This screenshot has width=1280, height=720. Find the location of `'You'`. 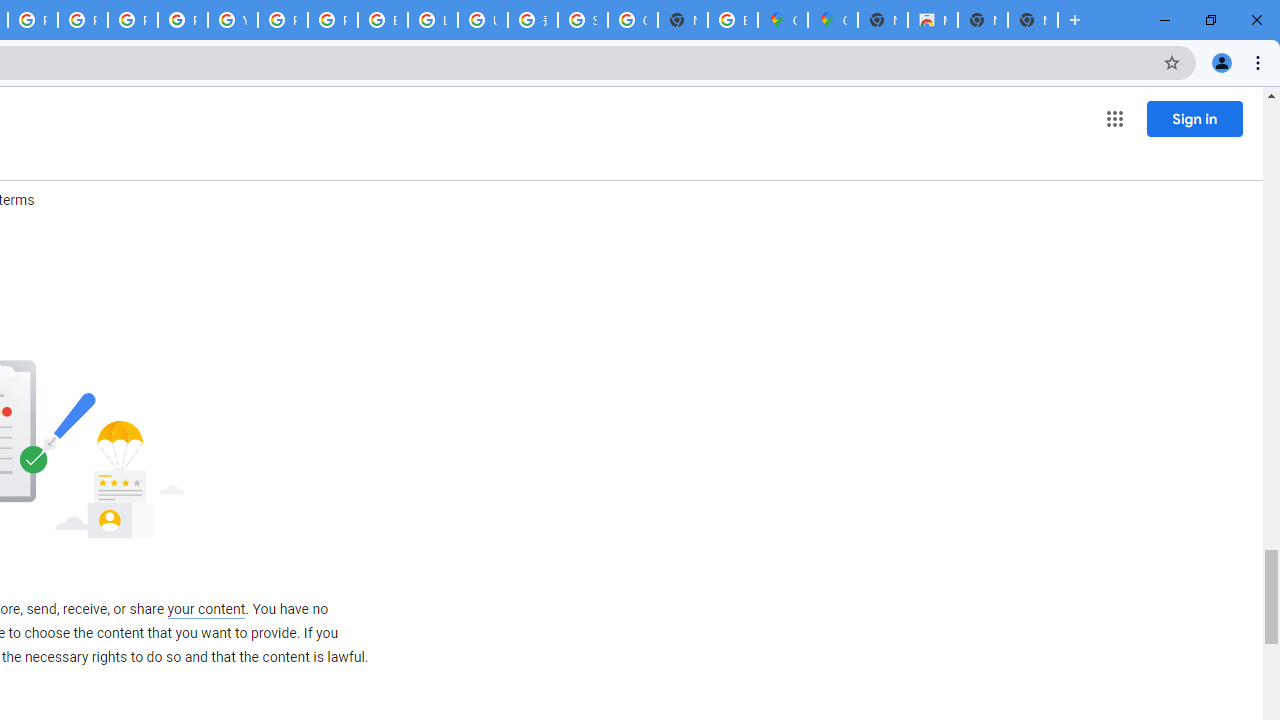

'You' is located at coordinates (1220, 61).